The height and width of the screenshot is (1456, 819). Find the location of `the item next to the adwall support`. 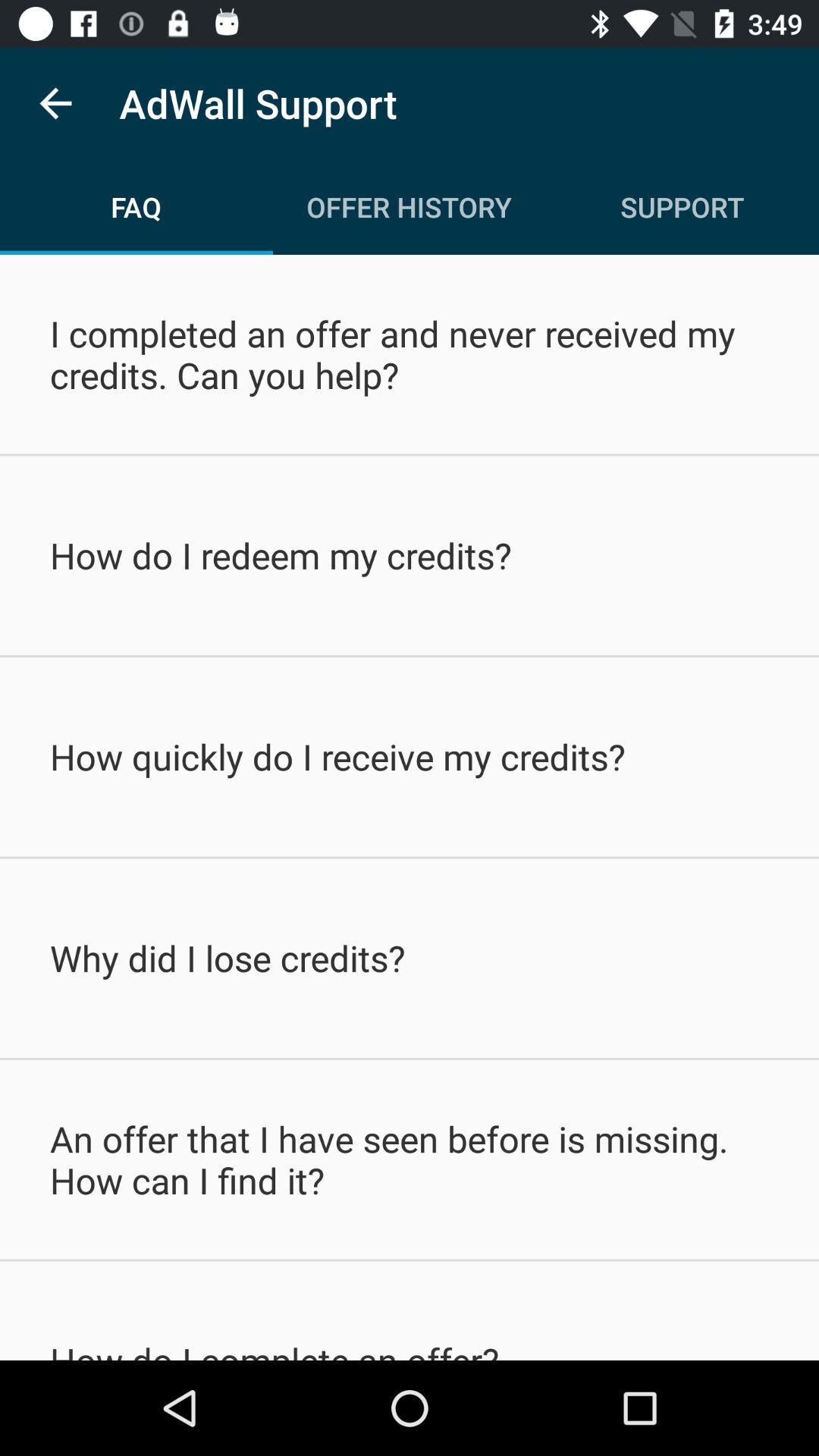

the item next to the adwall support is located at coordinates (55, 102).